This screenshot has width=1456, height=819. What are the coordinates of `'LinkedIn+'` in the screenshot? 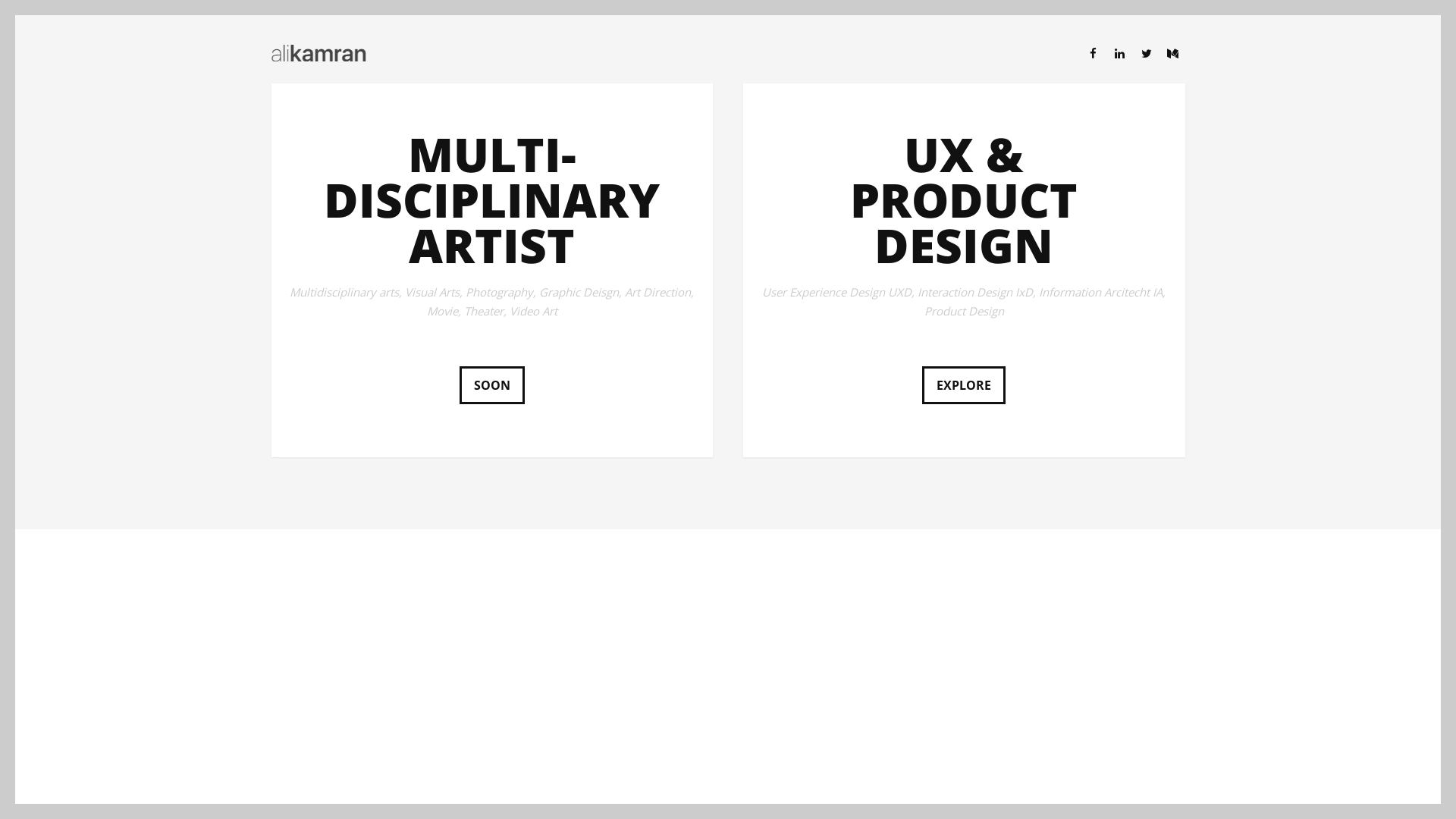 It's located at (1119, 52).